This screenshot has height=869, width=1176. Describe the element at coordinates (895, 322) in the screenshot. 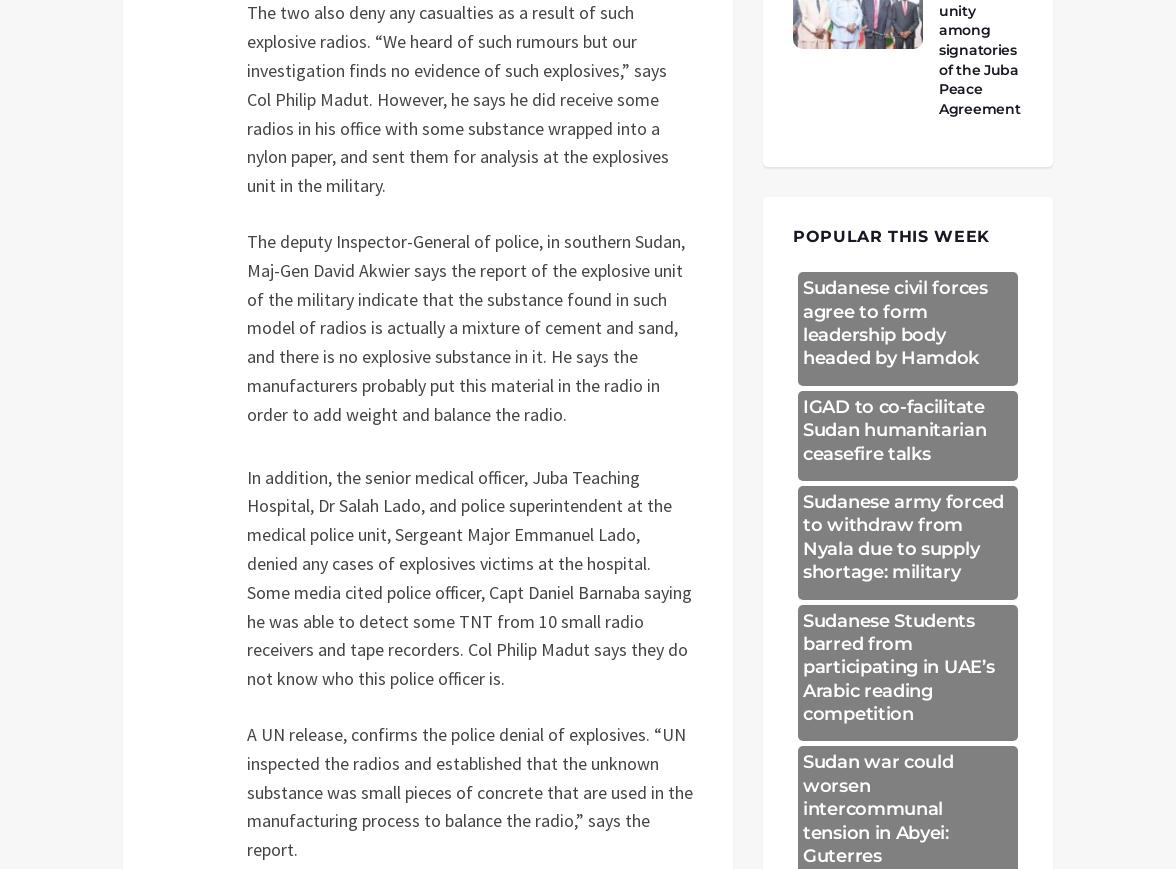

I see `'Sudanese civil forces agree to form leadership body headed by Hamdok'` at that location.